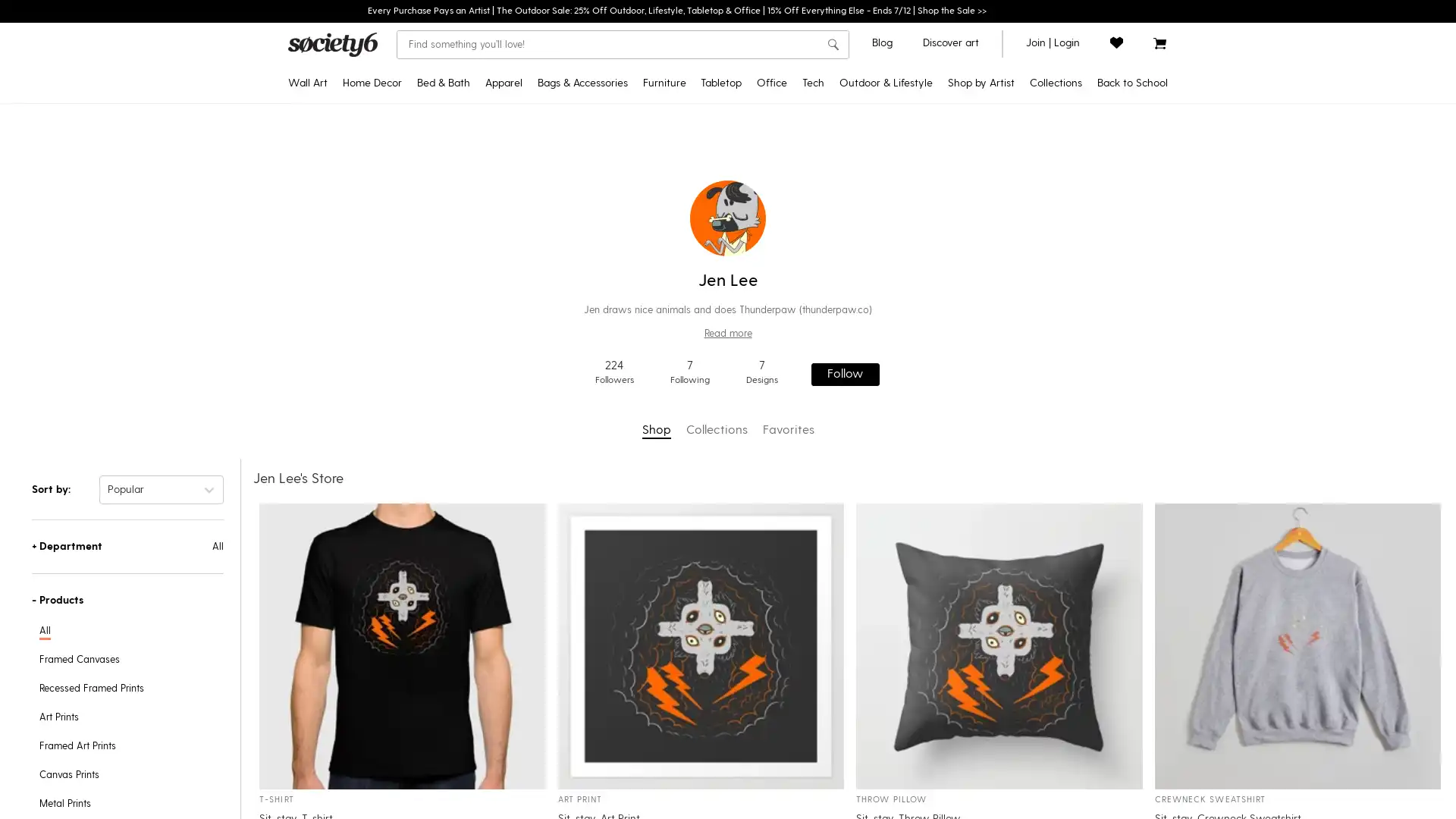 Image resolution: width=1456 pixels, height=819 pixels. I want to click on Art Prints, so click(356, 121).